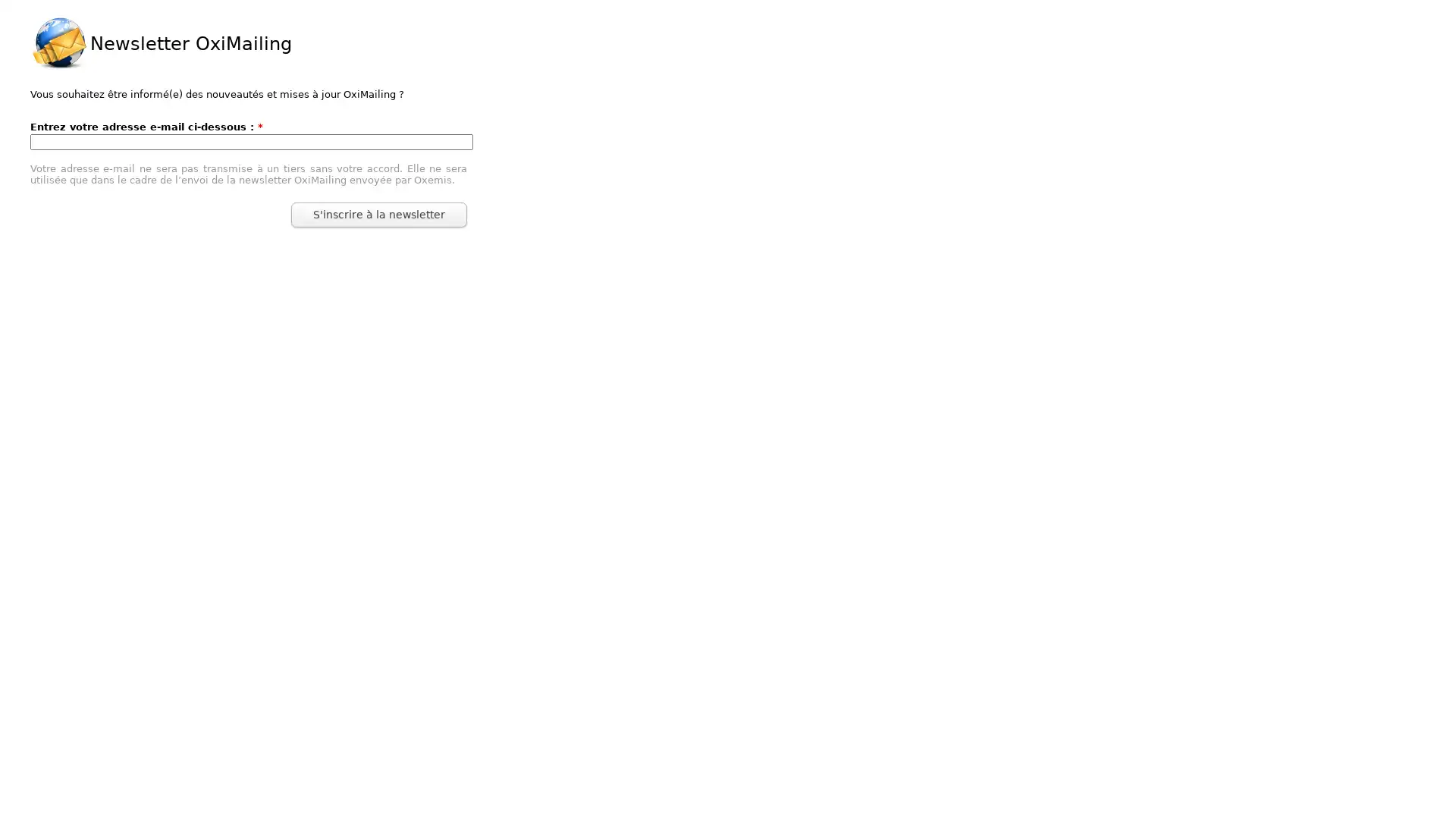 This screenshot has height=819, width=1456. Describe the element at coordinates (378, 214) in the screenshot. I see `S'inscrire a la newsletter` at that location.